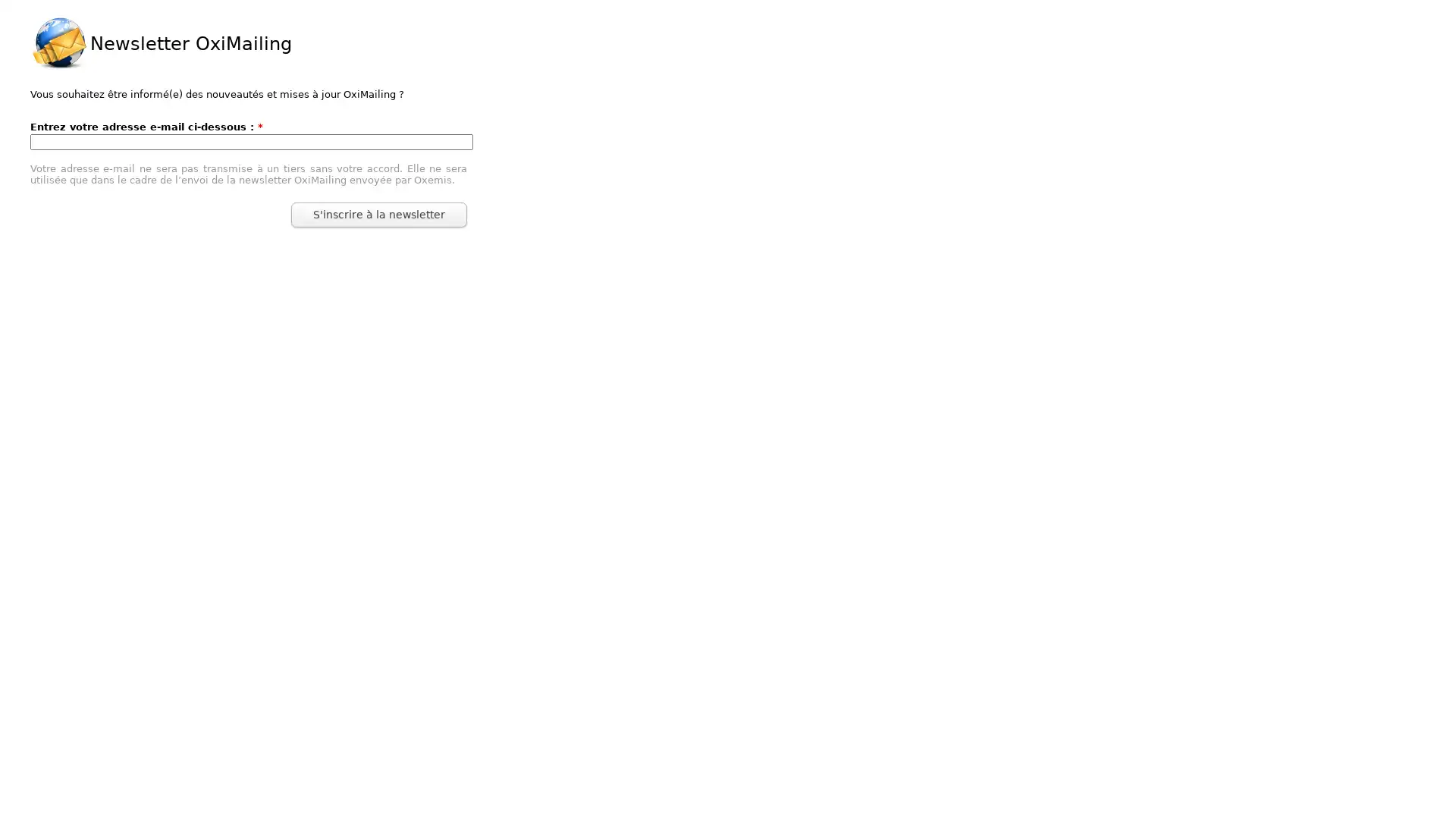 This screenshot has height=819, width=1456. Describe the element at coordinates (378, 214) in the screenshot. I see `S'inscrire a la newsletter` at that location.